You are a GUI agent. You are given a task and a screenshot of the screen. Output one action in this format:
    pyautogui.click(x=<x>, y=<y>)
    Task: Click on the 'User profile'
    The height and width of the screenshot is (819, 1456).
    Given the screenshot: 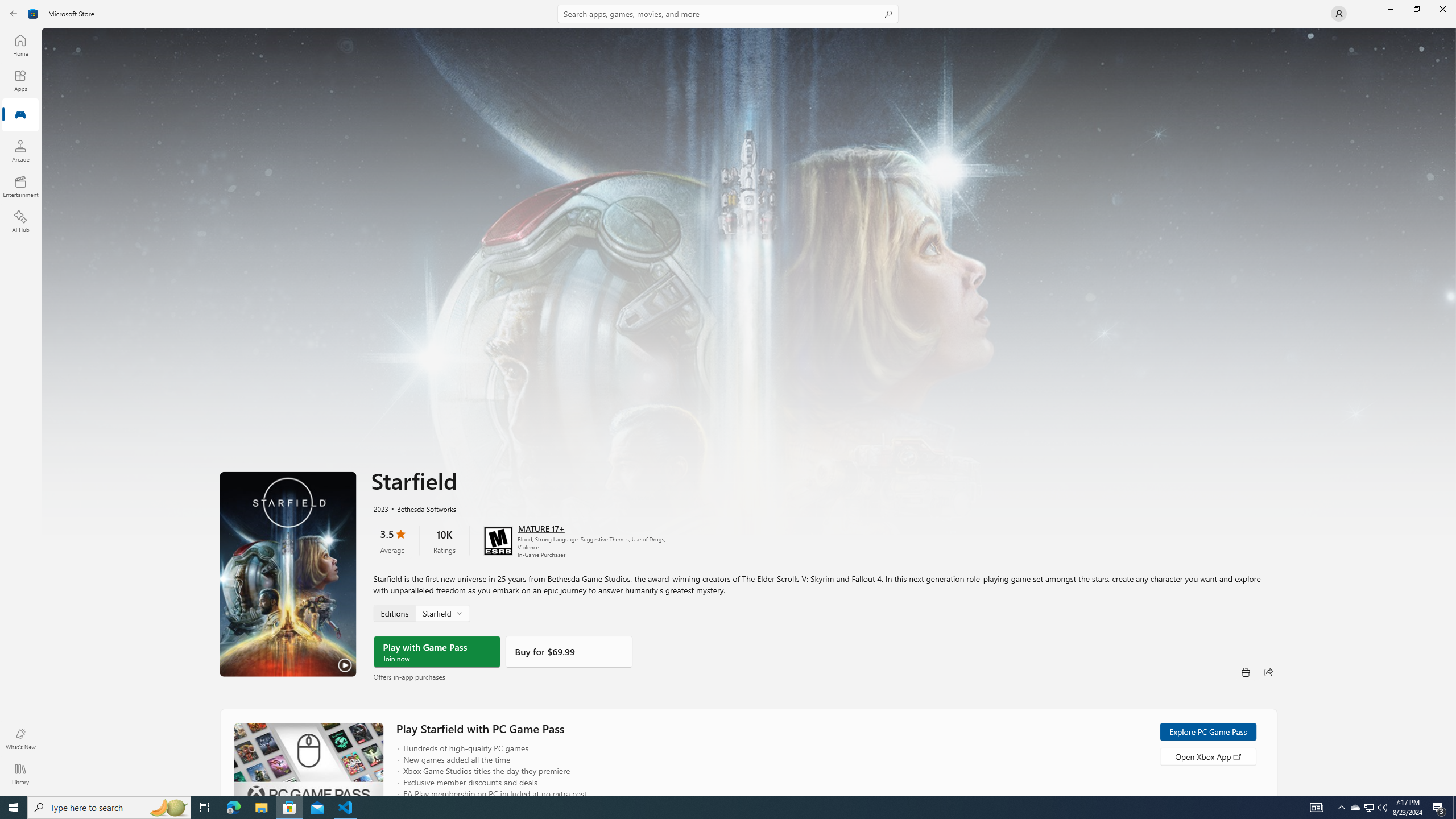 What is the action you would take?
    pyautogui.click(x=1338, y=13)
    